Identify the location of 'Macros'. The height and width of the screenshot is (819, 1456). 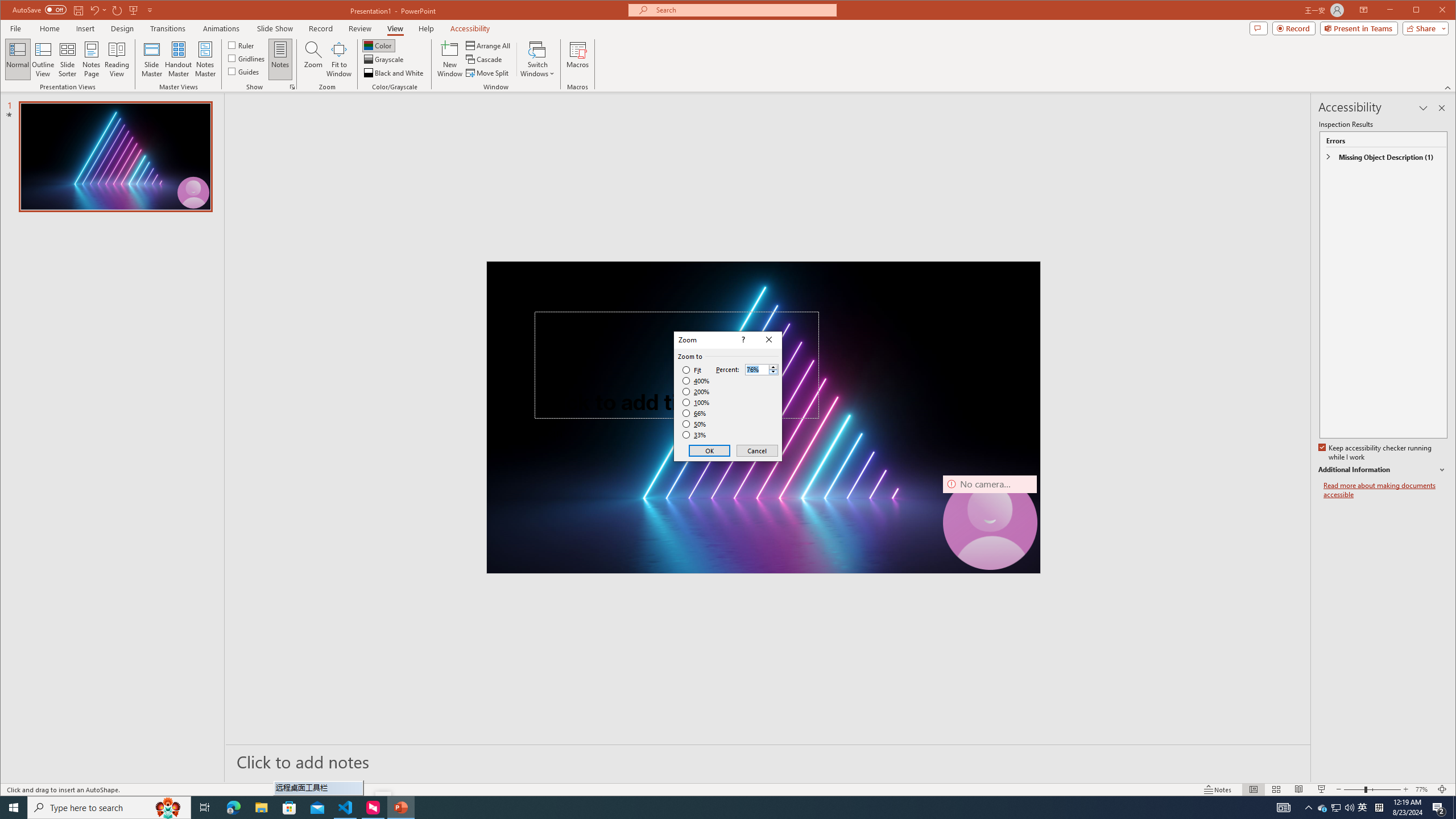
(577, 59).